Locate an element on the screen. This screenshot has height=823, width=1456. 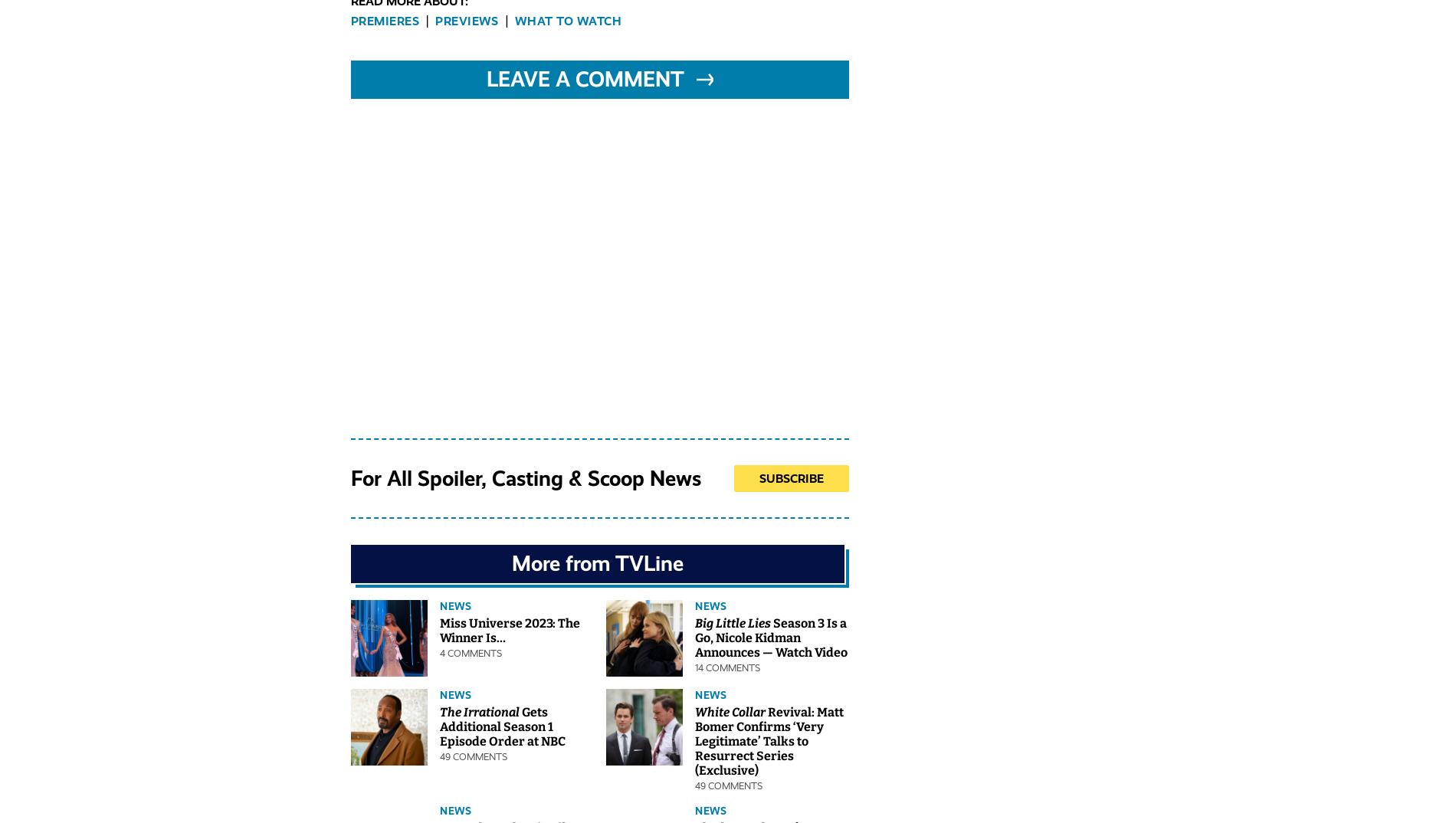
'Season 3 Is a Go, Nicole Kidman Announces — Watch Video' is located at coordinates (694, 638).